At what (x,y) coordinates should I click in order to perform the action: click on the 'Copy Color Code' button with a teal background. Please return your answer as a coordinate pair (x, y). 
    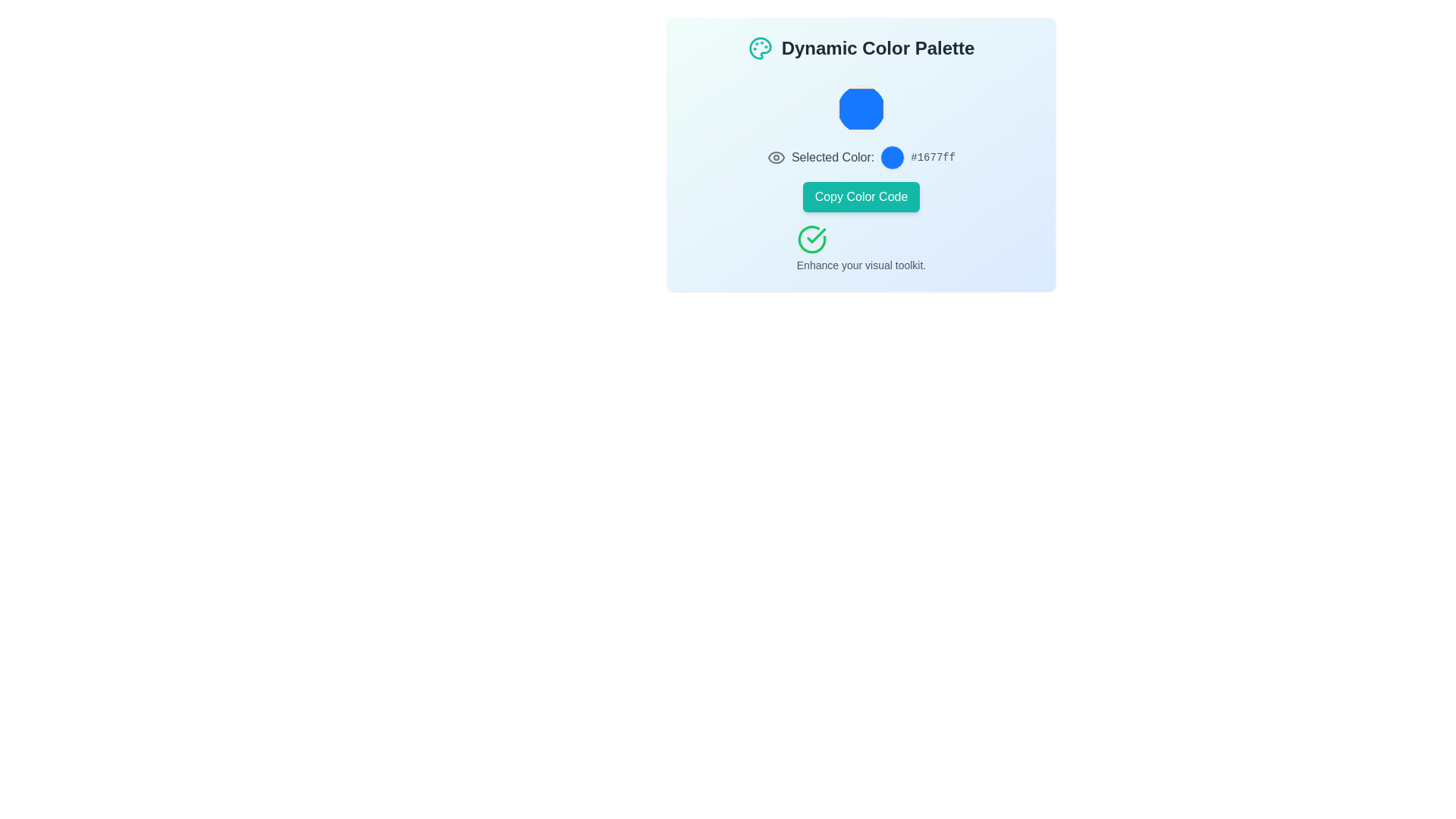
    Looking at the image, I should click on (861, 196).